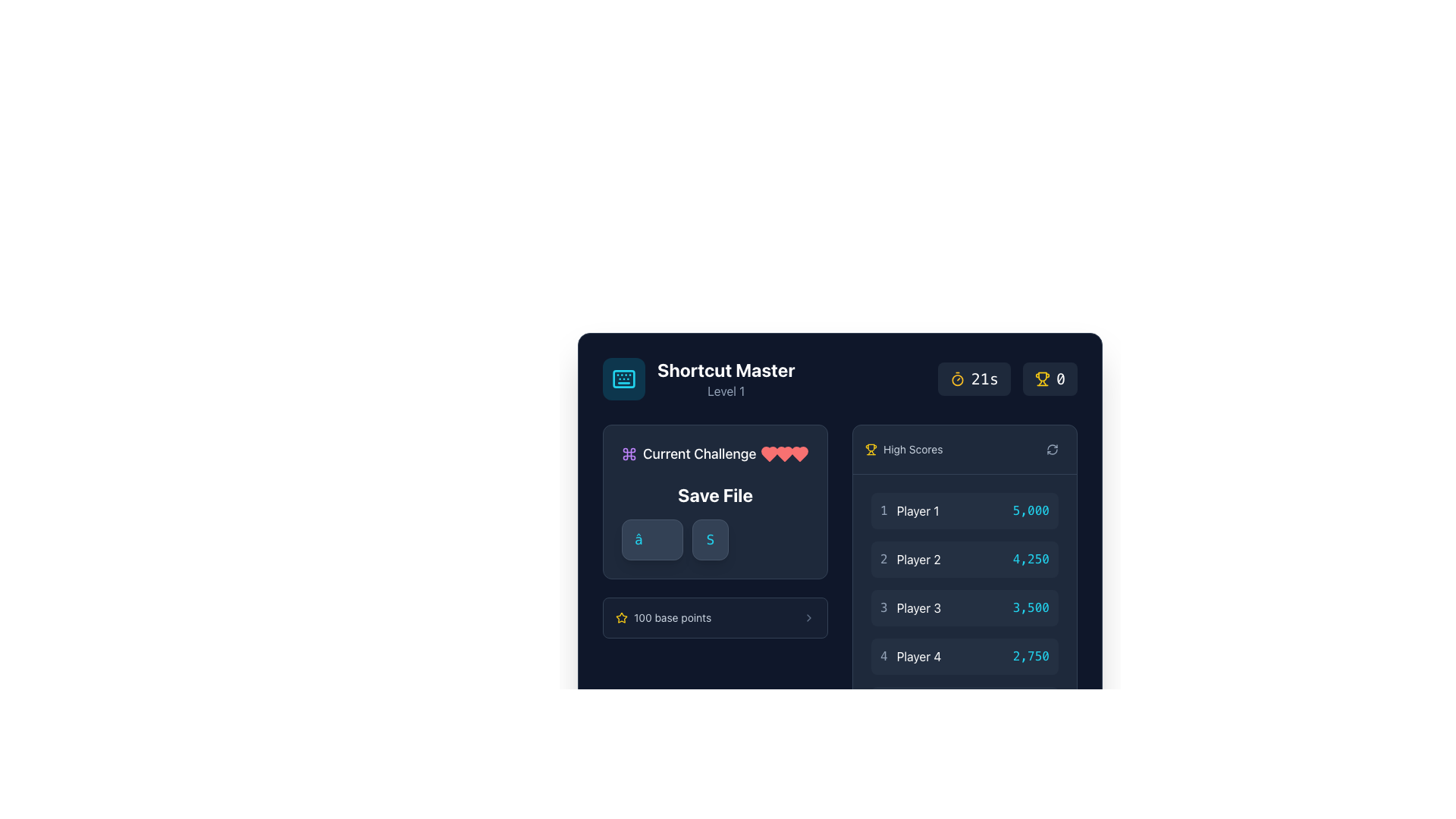 This screenshot has width=1456, height=819. I want to click on the group of heart icons displaying the remaining lives or attempts for the current challenge, located in the top center of the left card labeled 'Current Challenge', so click(785, 453).